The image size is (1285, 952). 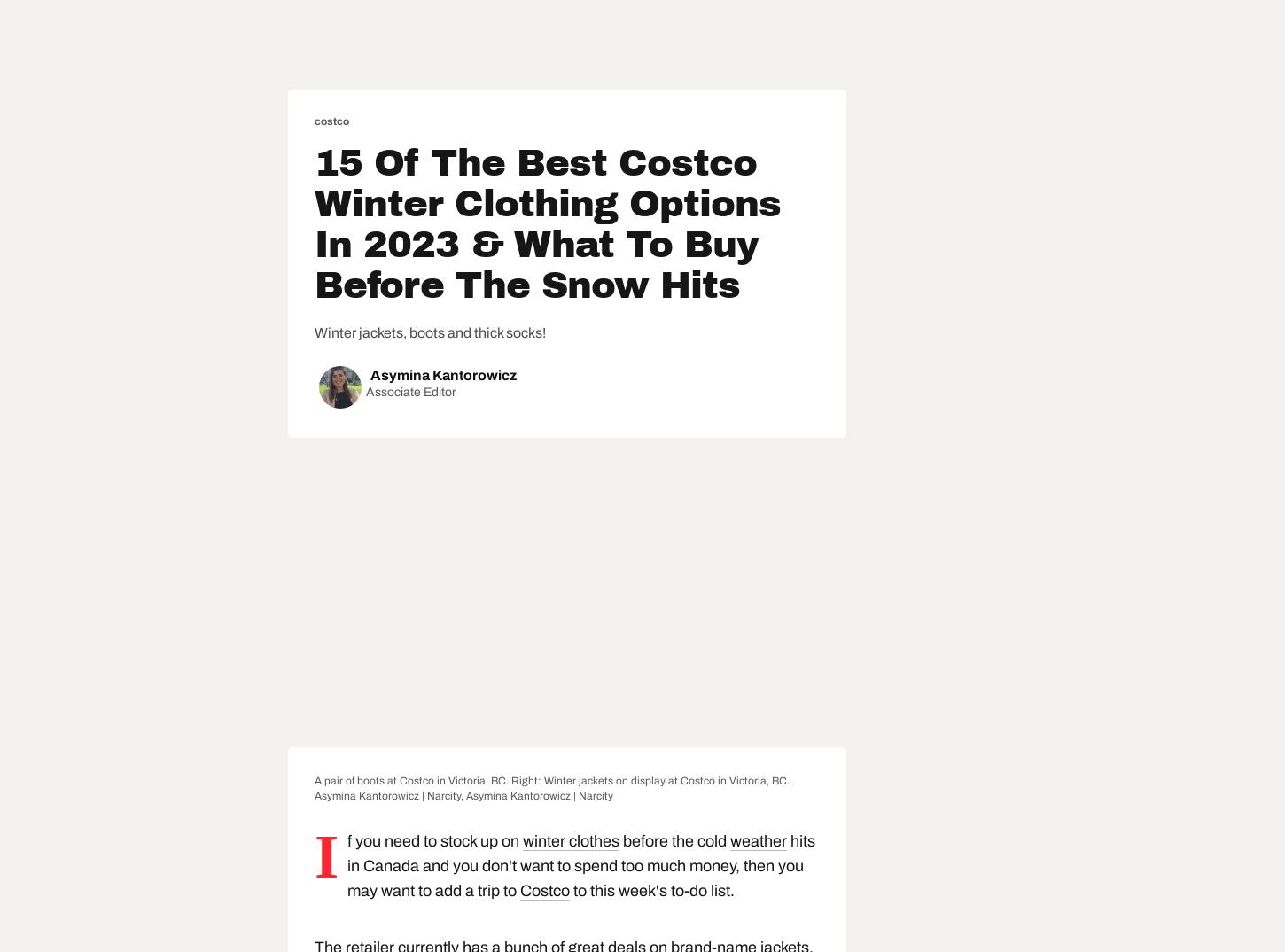 I want to click on 'hits in Canada and you don't want to spend too much money, then you may want to add a trip to', so click(x=346, y=865).